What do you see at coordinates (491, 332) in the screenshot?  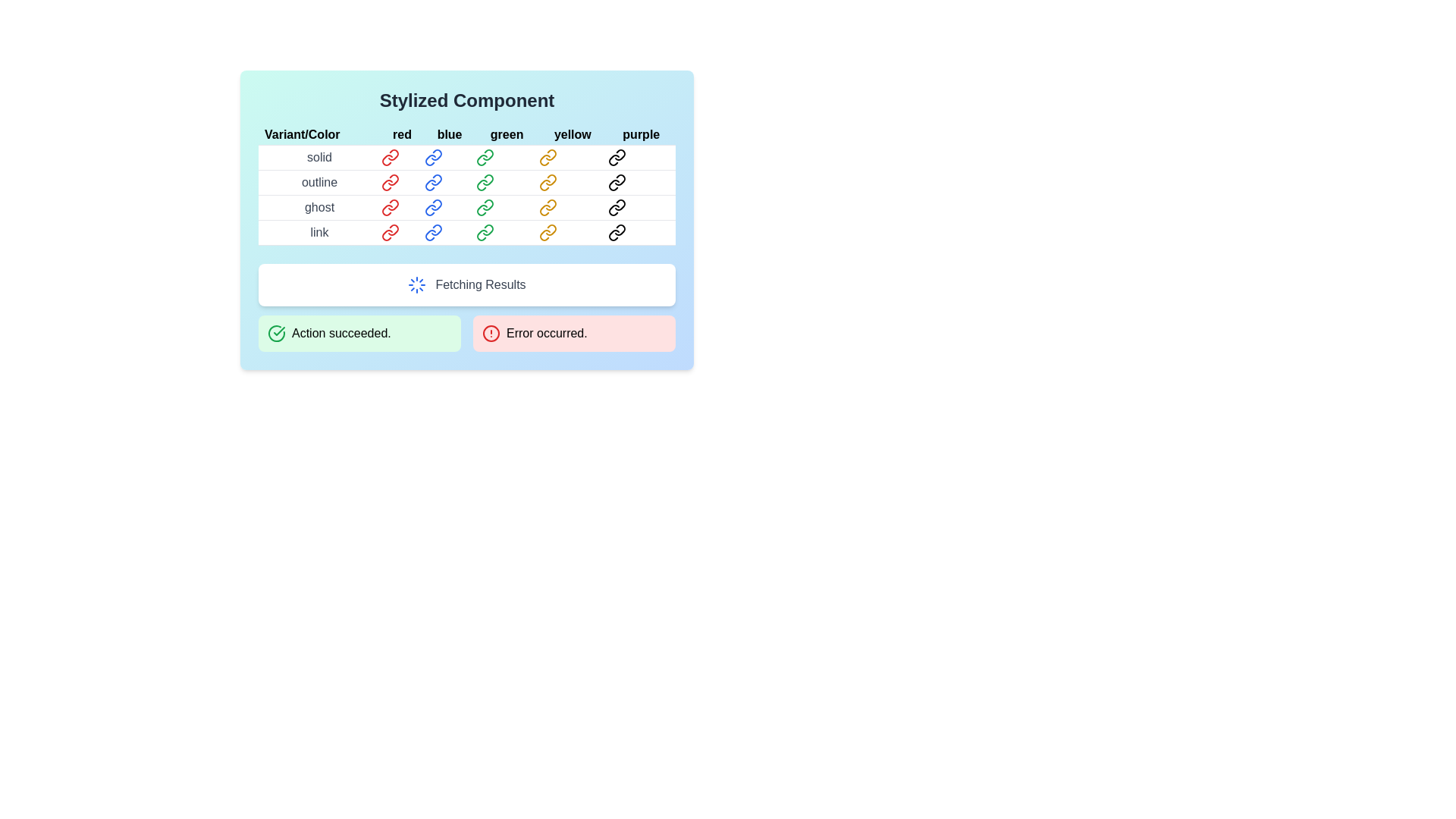 I see `the central circle of the alert icon indicating an error status, which is located in the lower right portion of the interface` at bounding box center [491, 332].